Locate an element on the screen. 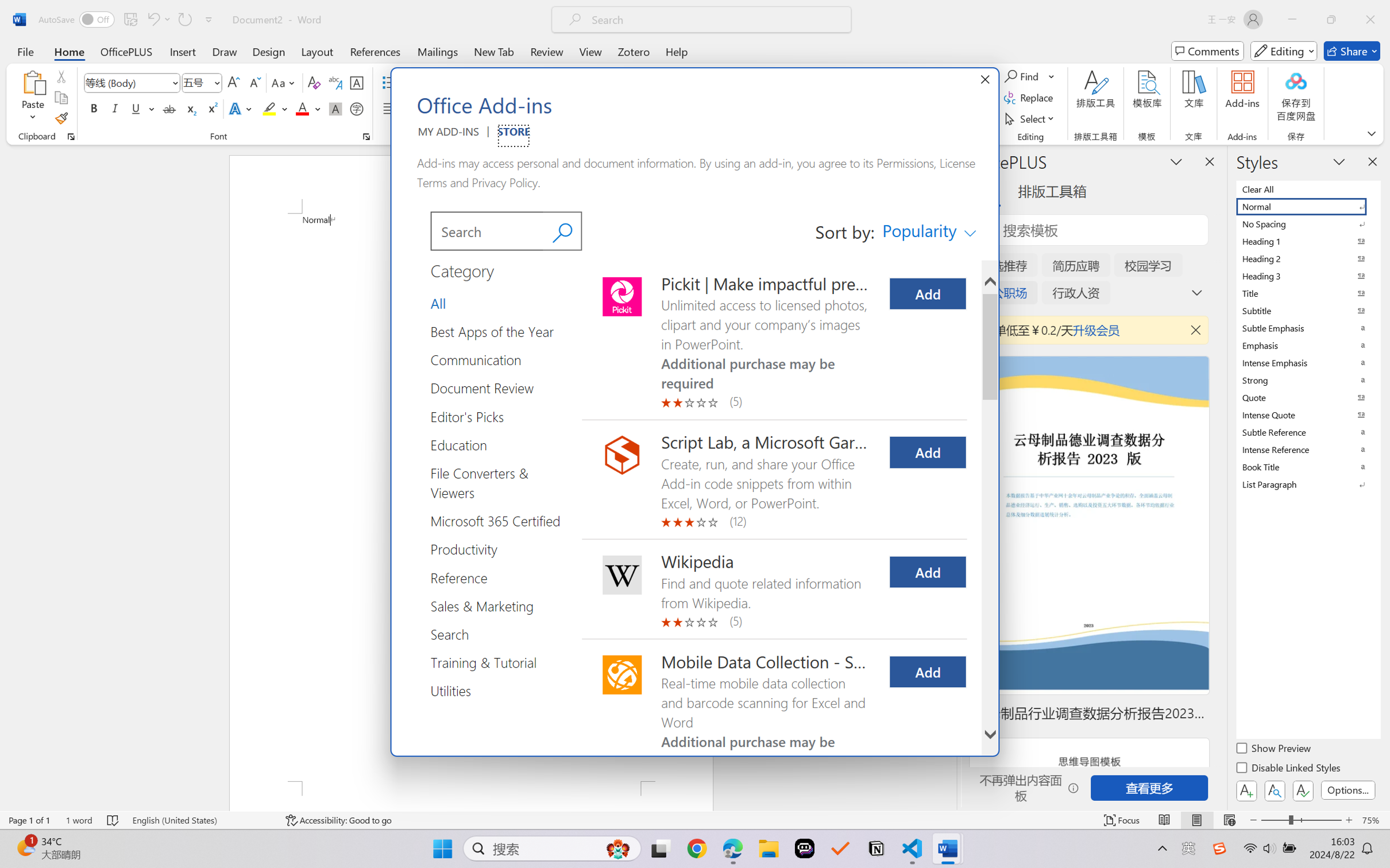  'Mobile Data Collection - Scan-IT to Office icon' is located at coordinates (621, 675).